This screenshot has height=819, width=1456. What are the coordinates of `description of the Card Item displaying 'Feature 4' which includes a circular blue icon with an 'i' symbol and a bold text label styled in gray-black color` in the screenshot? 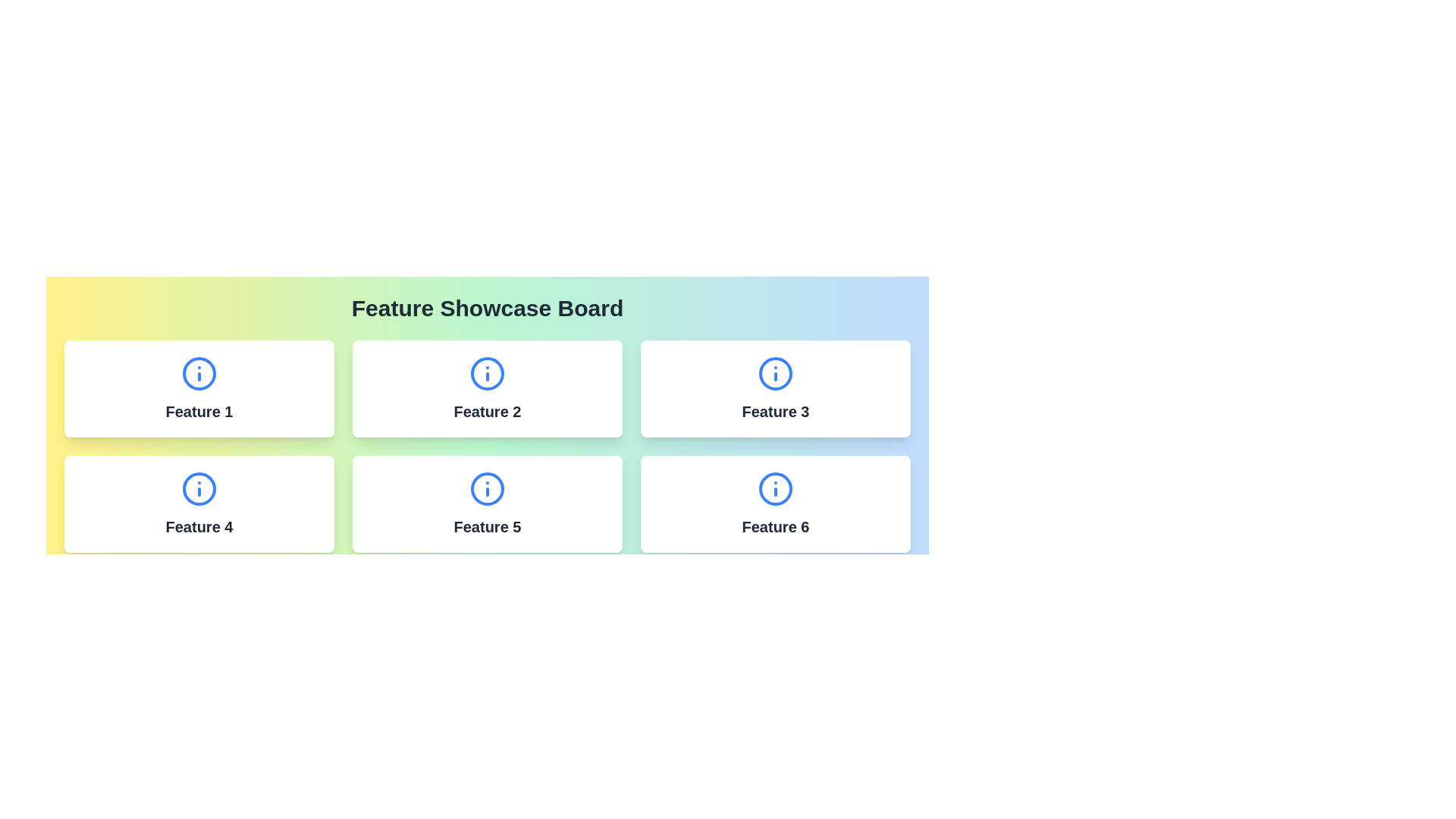 It's located at (199, 504).